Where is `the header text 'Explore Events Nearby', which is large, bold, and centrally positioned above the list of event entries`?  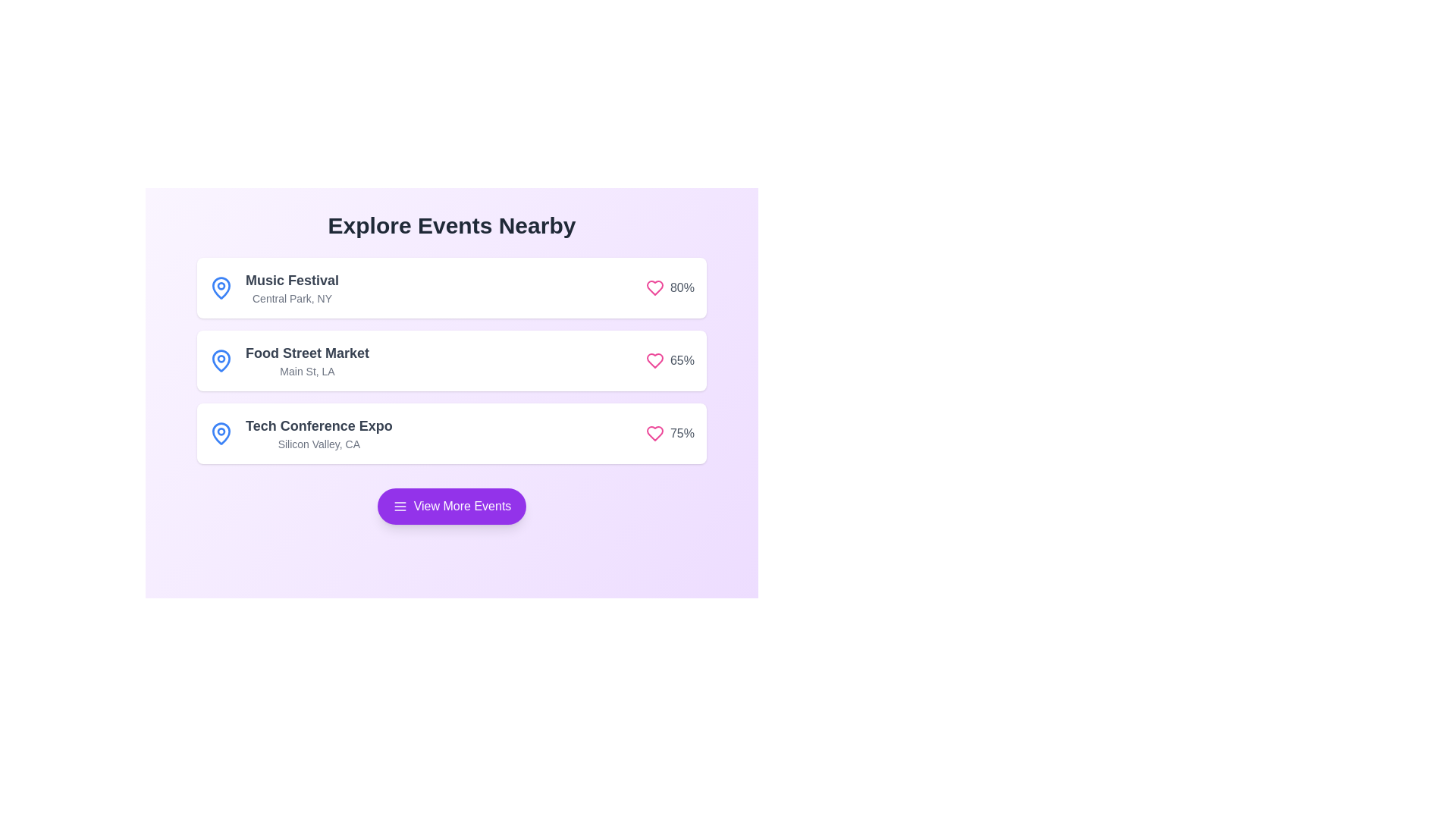 the header text 'Explore Events Nearby', which is large, bold, and centrally positioned above the list of event entries is located at coordinates (450, 225).